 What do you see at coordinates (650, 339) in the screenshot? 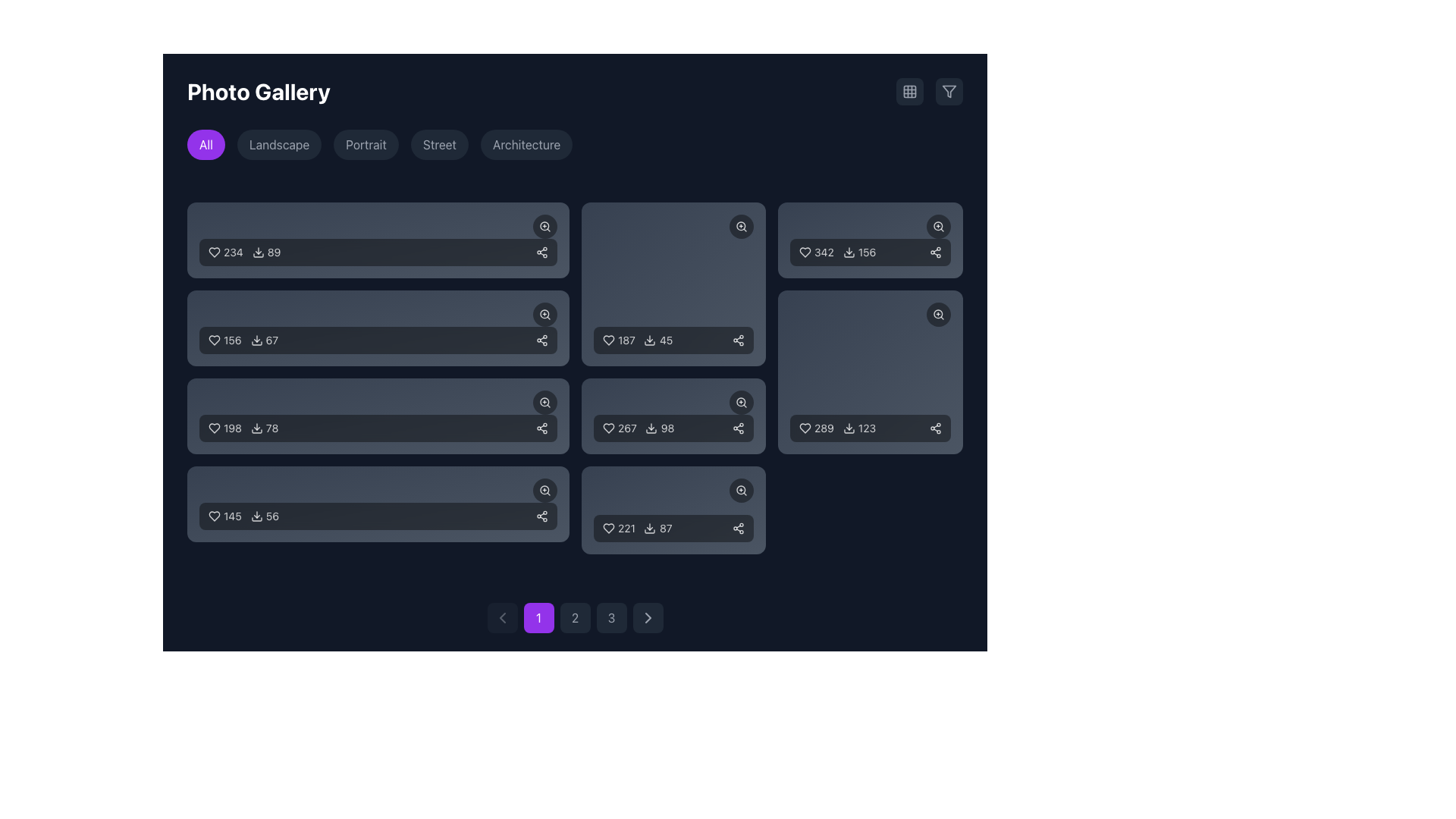
I see `the download icon located in the bottom-right corner of the content card, adjacent to the text label '45', to initiate a download` at bounding box center [650, 339].